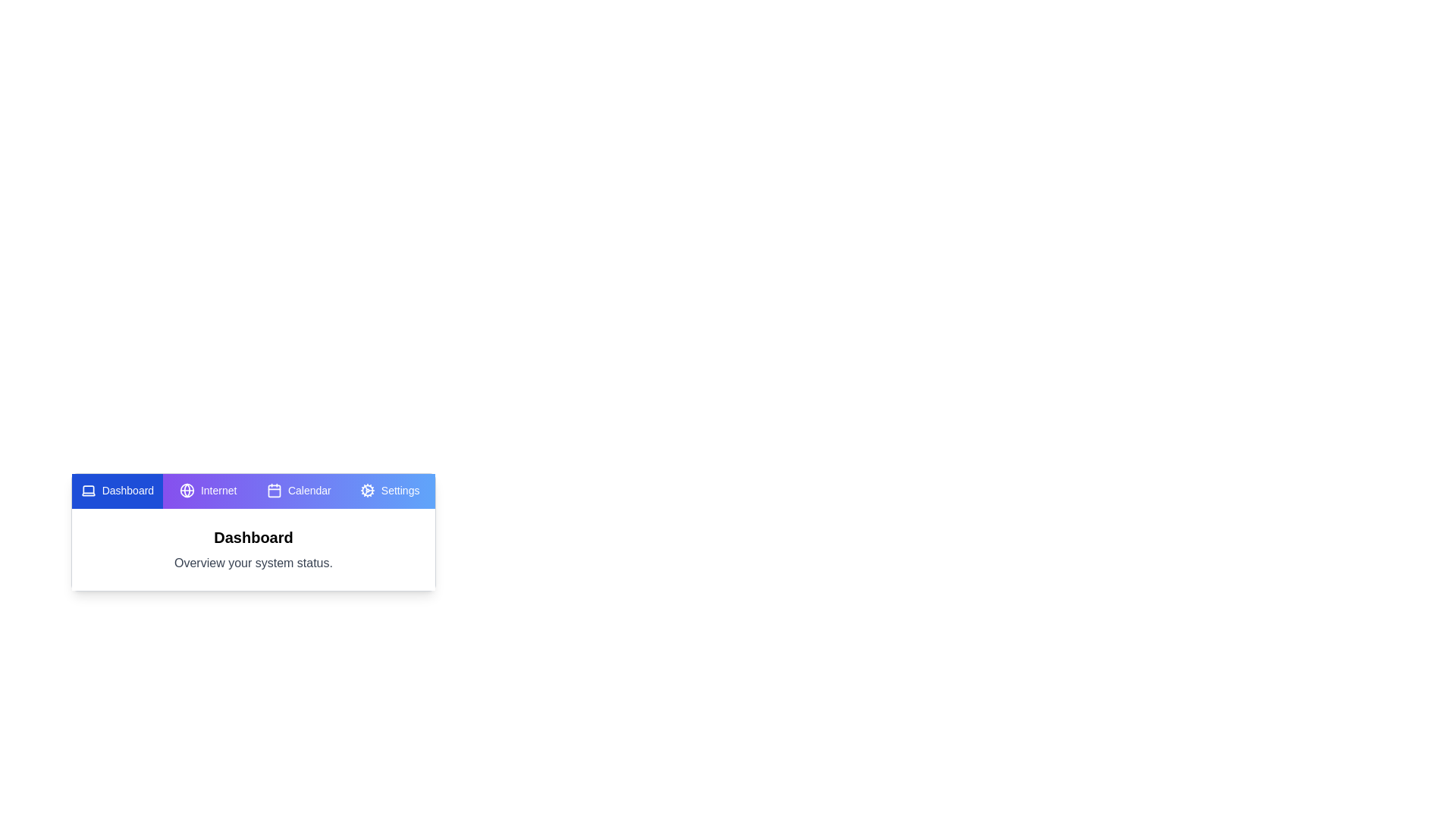 This screenshot has height=819, width=1456. Describe the element at coordinates (299, 491) in the screenshot. I see `the tab labeled Calendar to view its content` at that location.